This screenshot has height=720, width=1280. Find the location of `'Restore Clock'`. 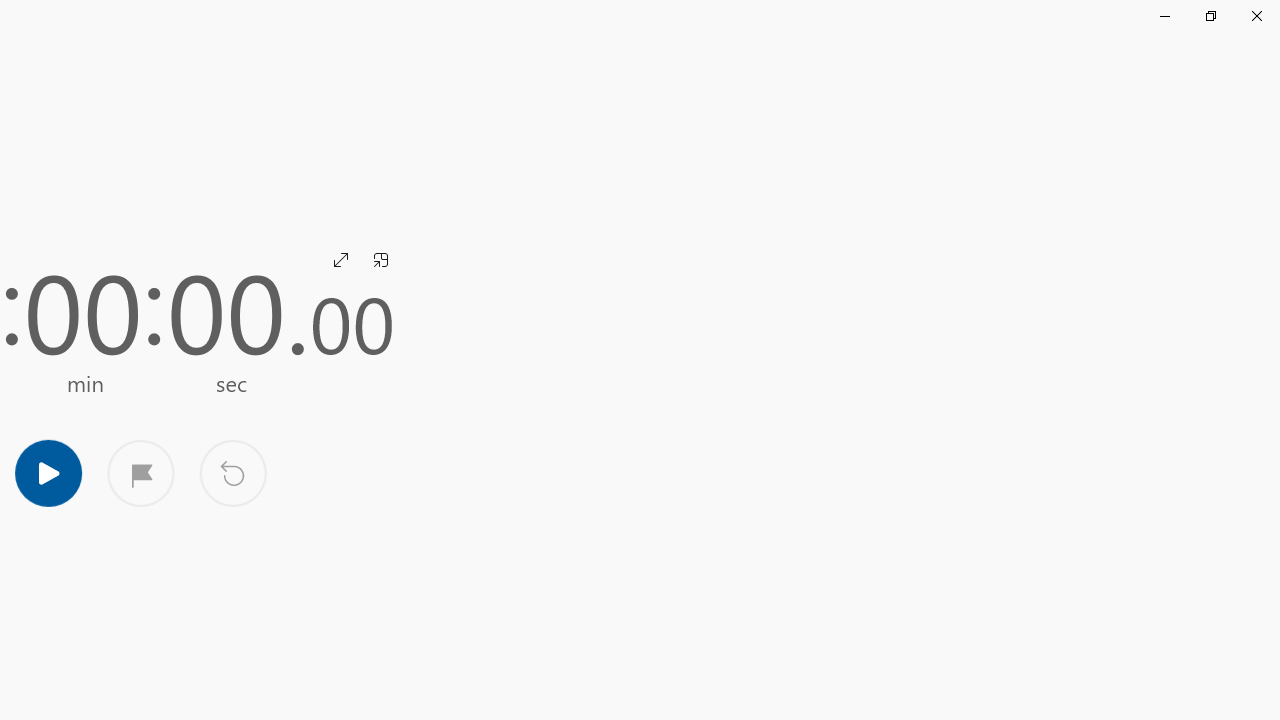

'Restore Clock' is located at coordinates (1209, 15).